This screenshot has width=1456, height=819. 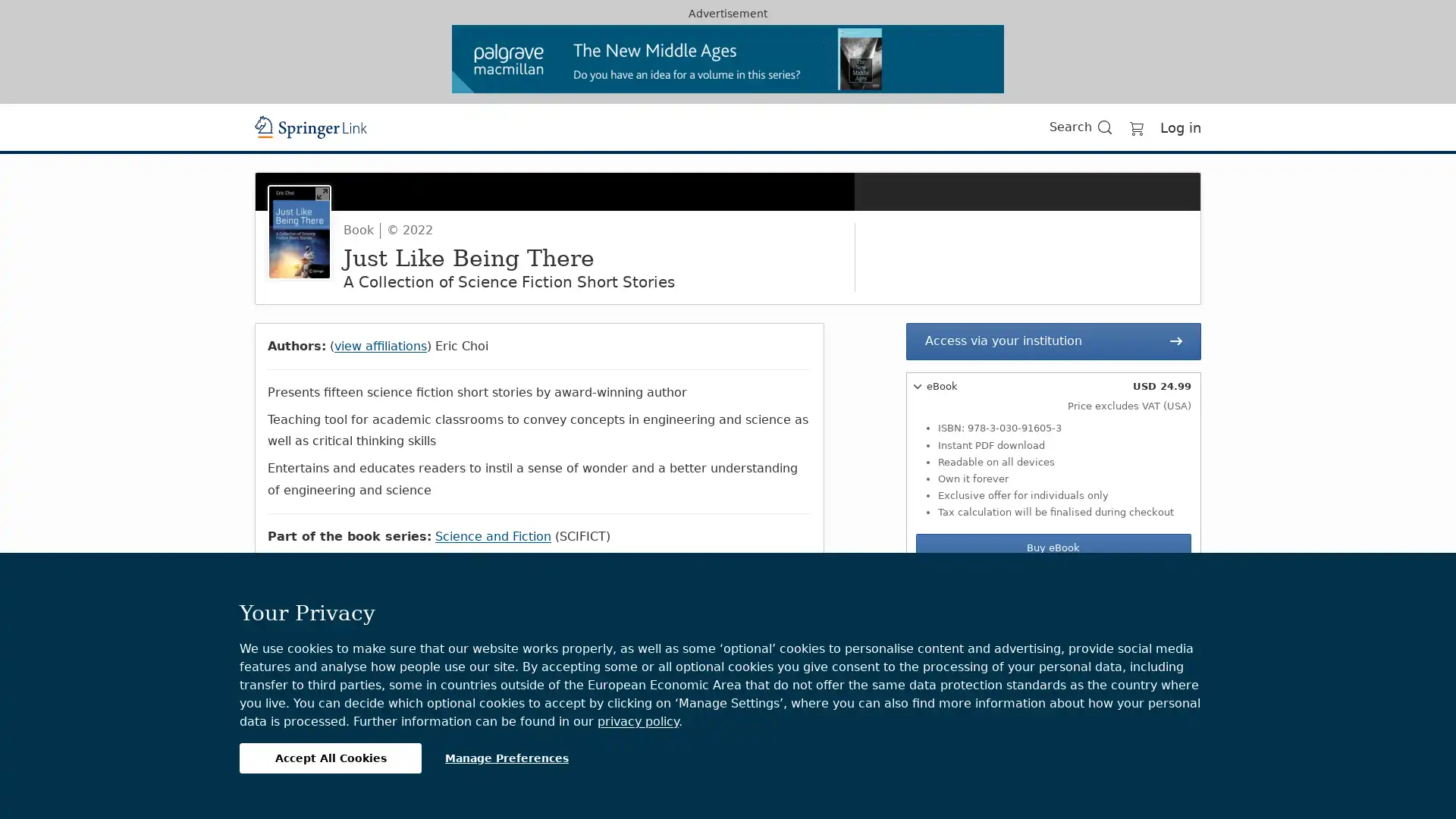 I want to click on Go to cart, so click(x=1136, y=126).